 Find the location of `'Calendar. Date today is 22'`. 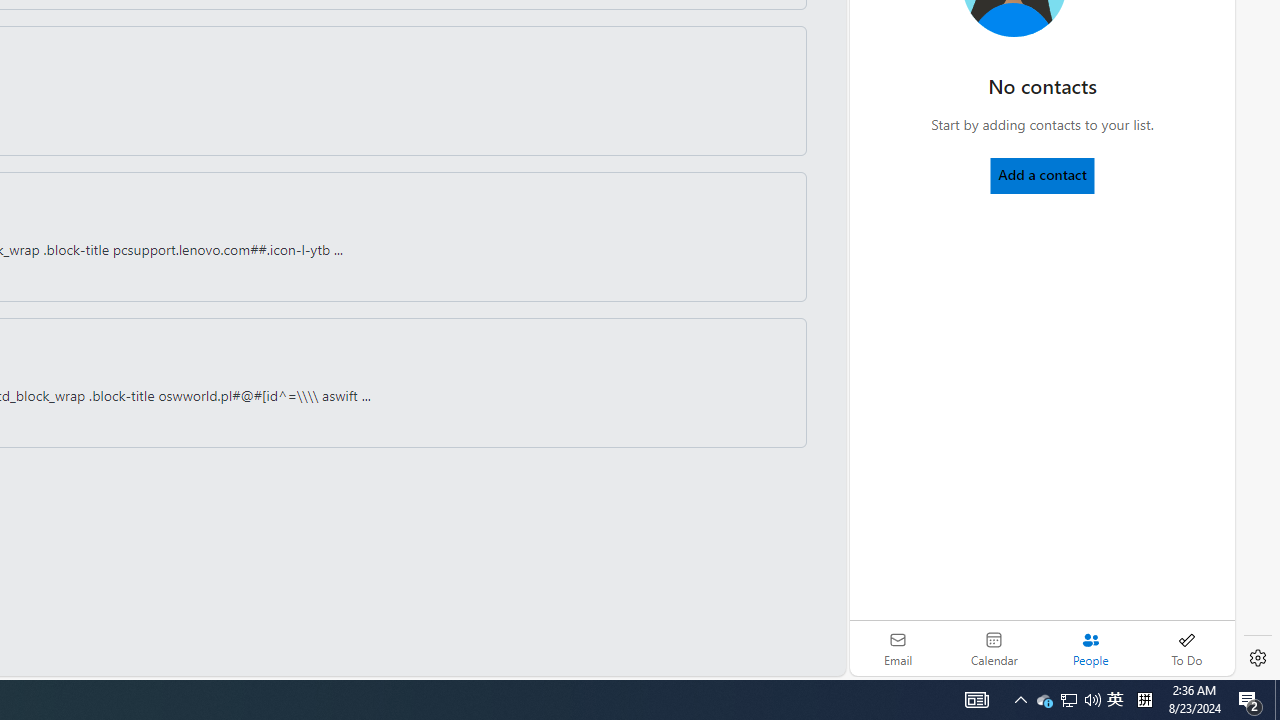

'Calendar. Date today is 22' is located at coordinates (994, 648).